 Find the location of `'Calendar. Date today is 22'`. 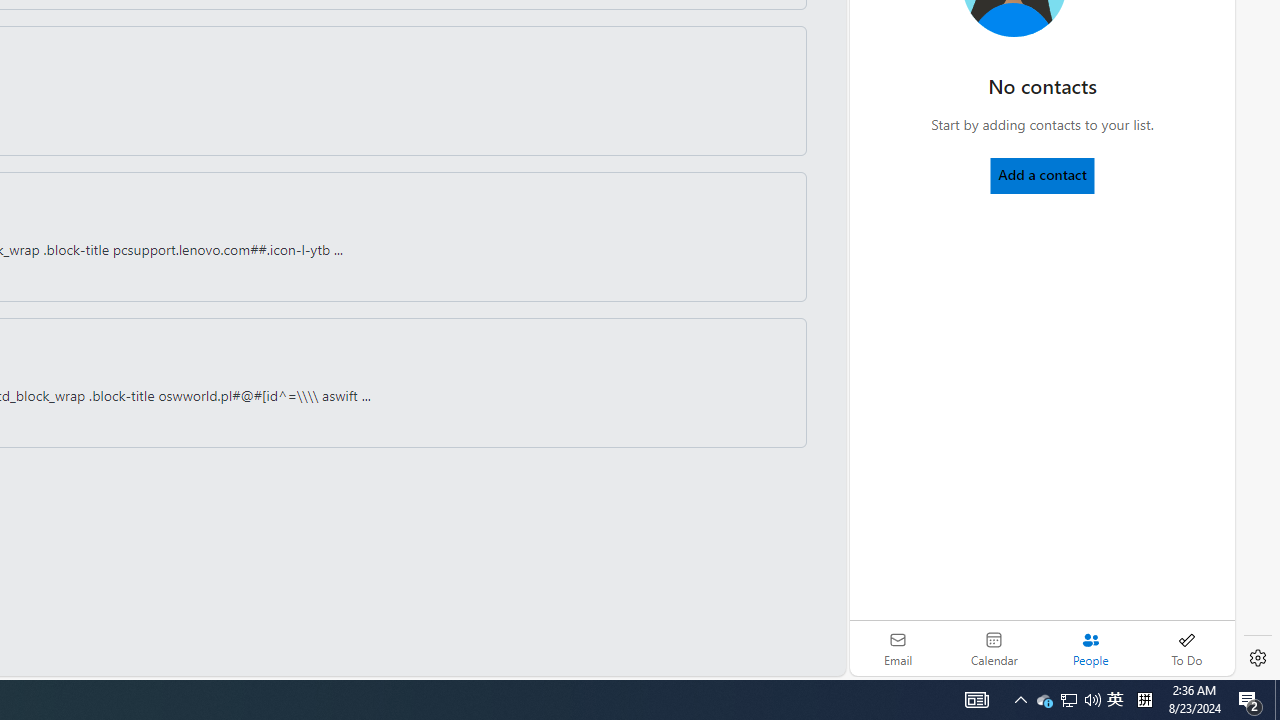

'Calendar. Date today is 22' is located at coordinates (994, 648).